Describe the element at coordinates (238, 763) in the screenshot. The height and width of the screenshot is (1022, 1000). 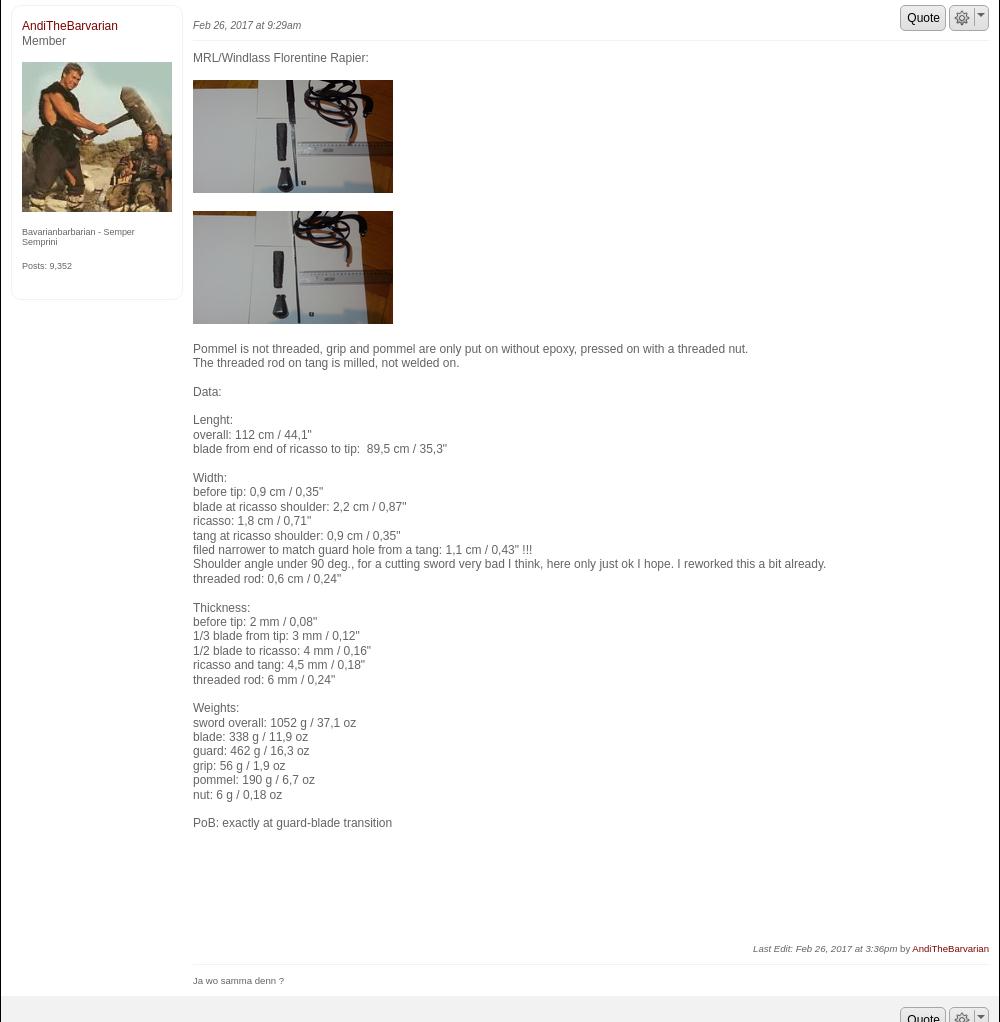
I see `'grip: 56 g / 1,9 oz'` at that location.